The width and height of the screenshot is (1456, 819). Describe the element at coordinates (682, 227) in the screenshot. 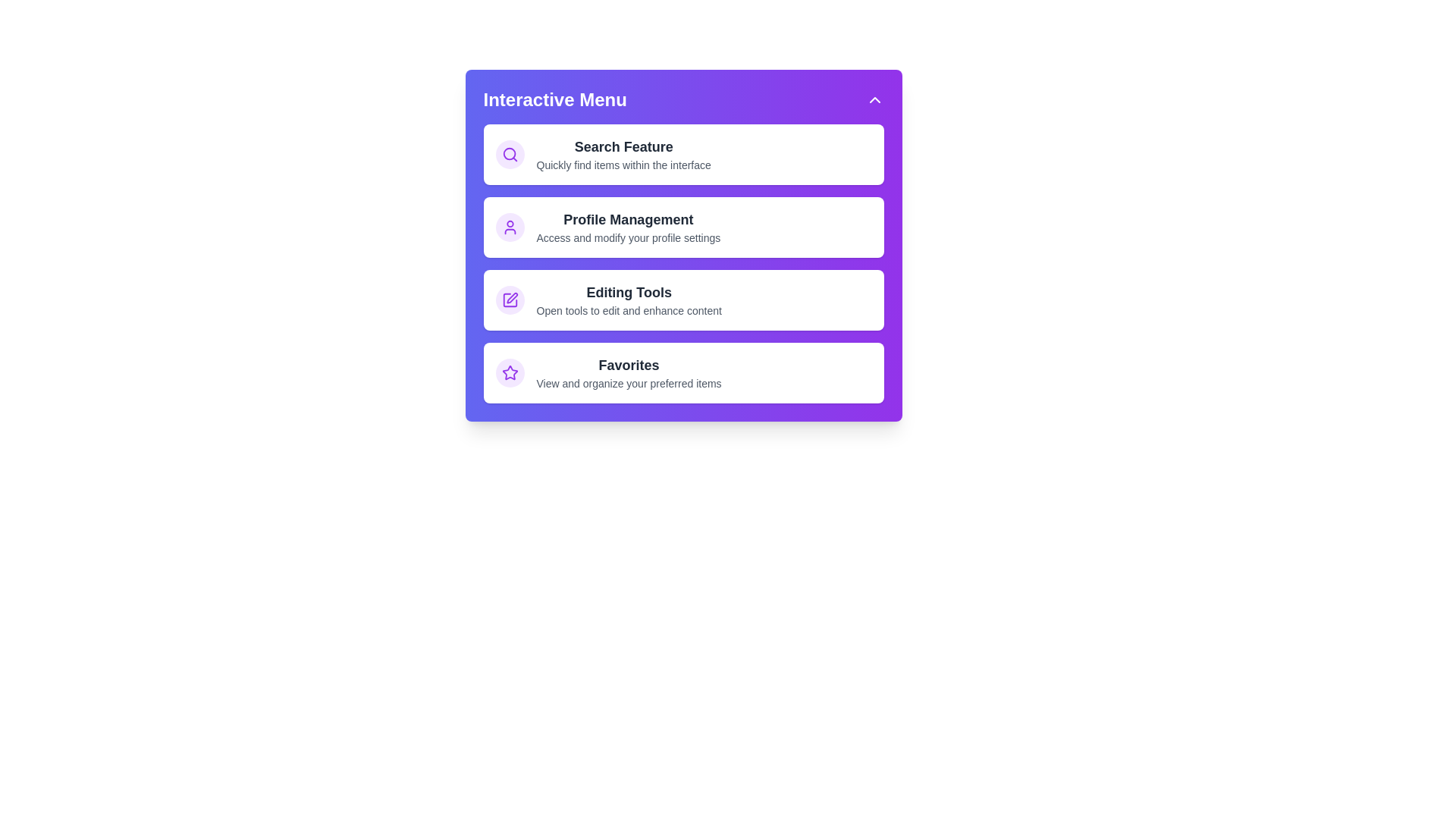

I see `the menu item Profile Management by clicking on it` at that location.